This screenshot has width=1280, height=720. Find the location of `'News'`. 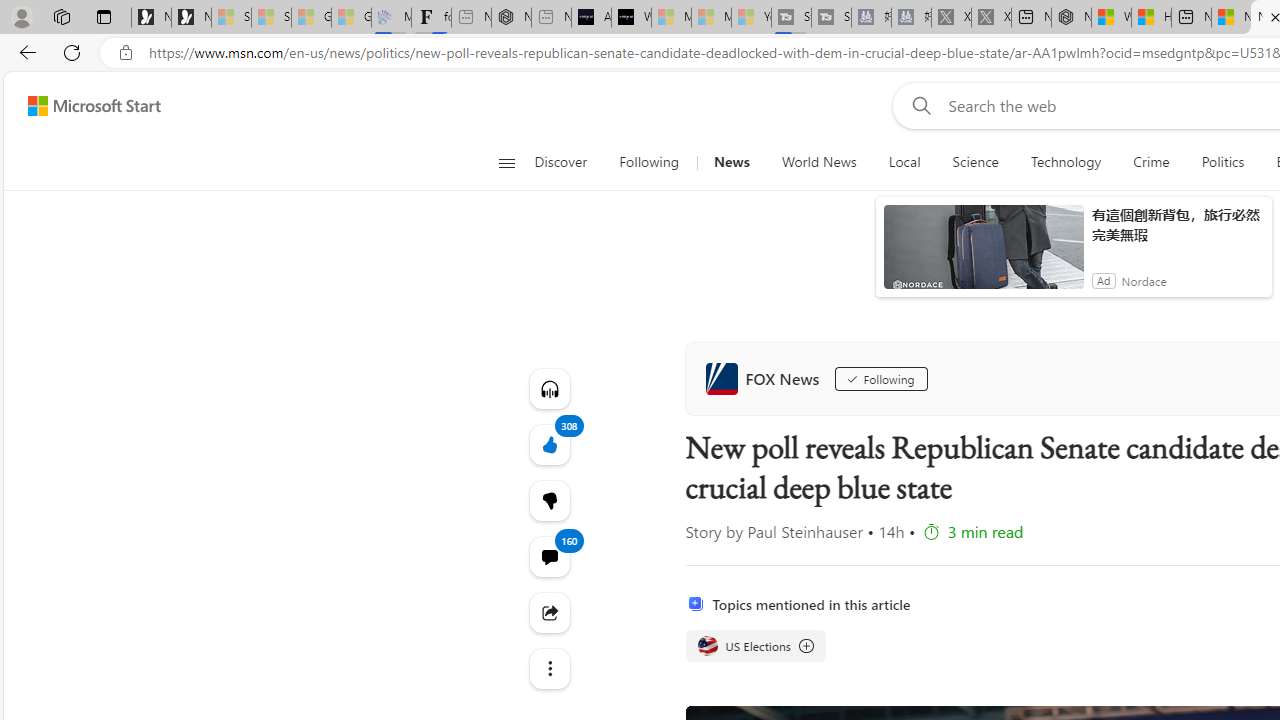

'News' is located at coordinates (730, 162).